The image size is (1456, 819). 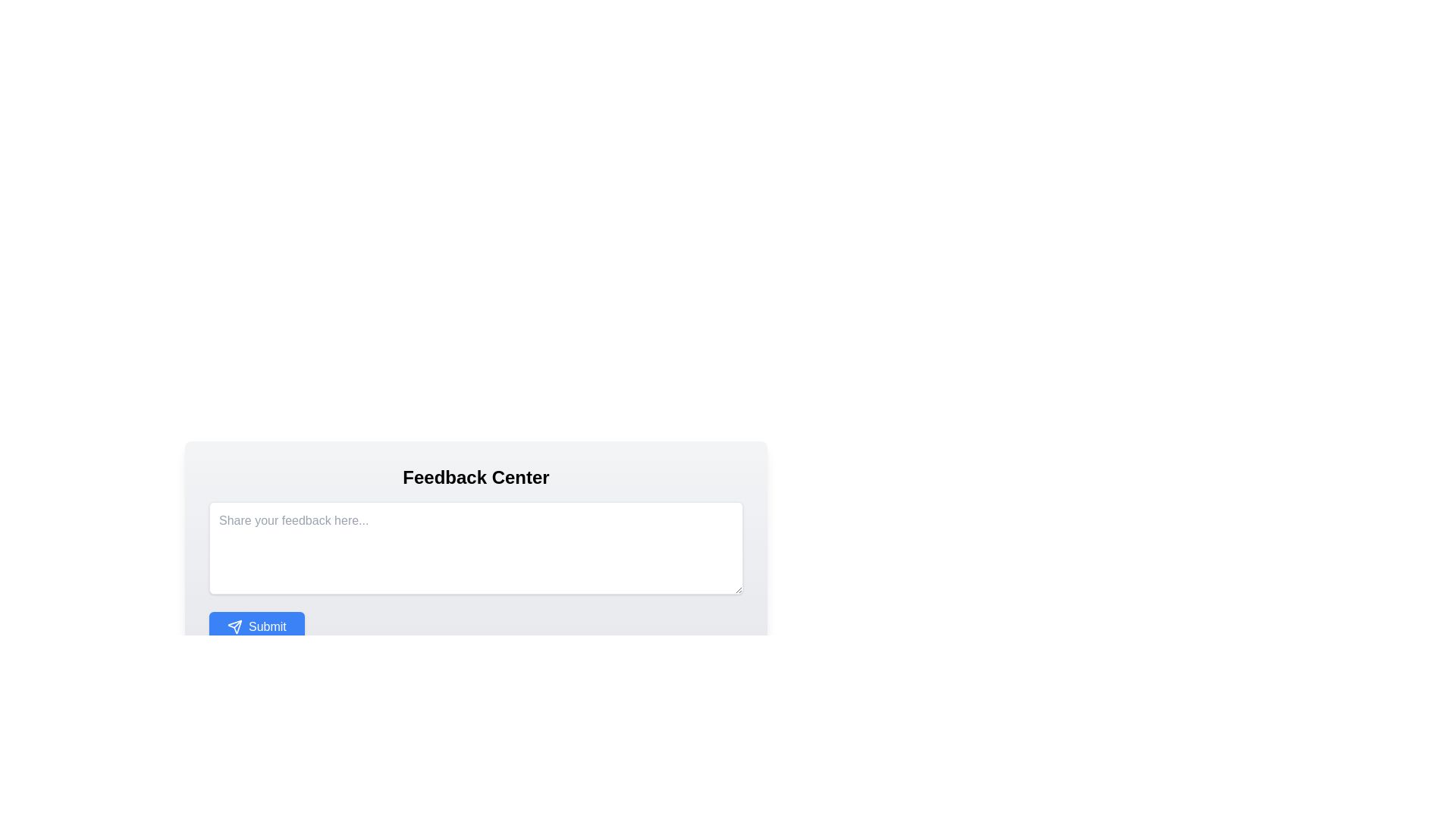 I want to click on the submission button located below the text input field in the Feedback Center, so click(x=256, y=626).